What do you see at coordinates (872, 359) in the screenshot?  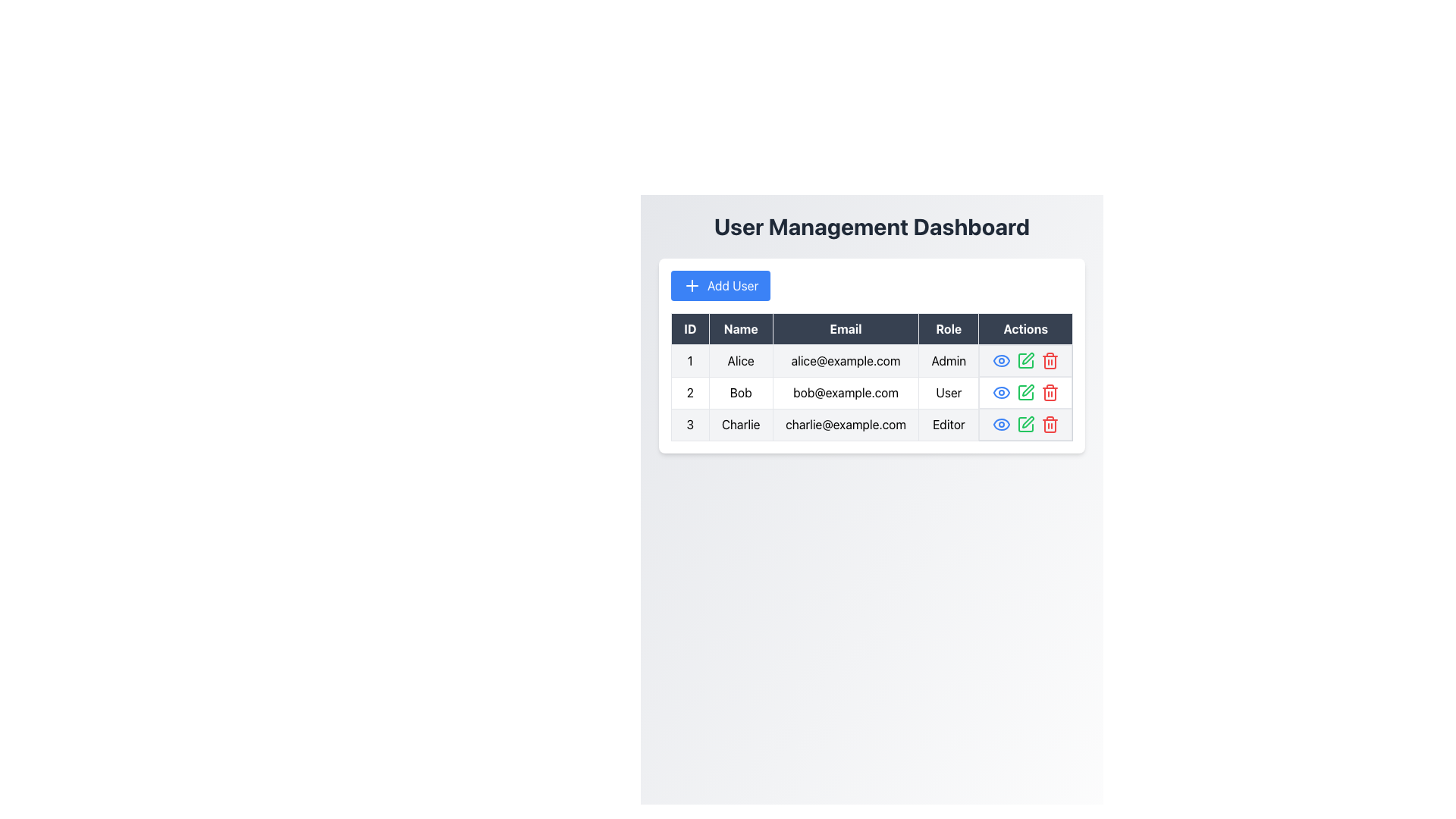 I see `the first row of the user management table that displays information about the user named Alice, including her ID, email address, and role` at bounding box center [872, 359].